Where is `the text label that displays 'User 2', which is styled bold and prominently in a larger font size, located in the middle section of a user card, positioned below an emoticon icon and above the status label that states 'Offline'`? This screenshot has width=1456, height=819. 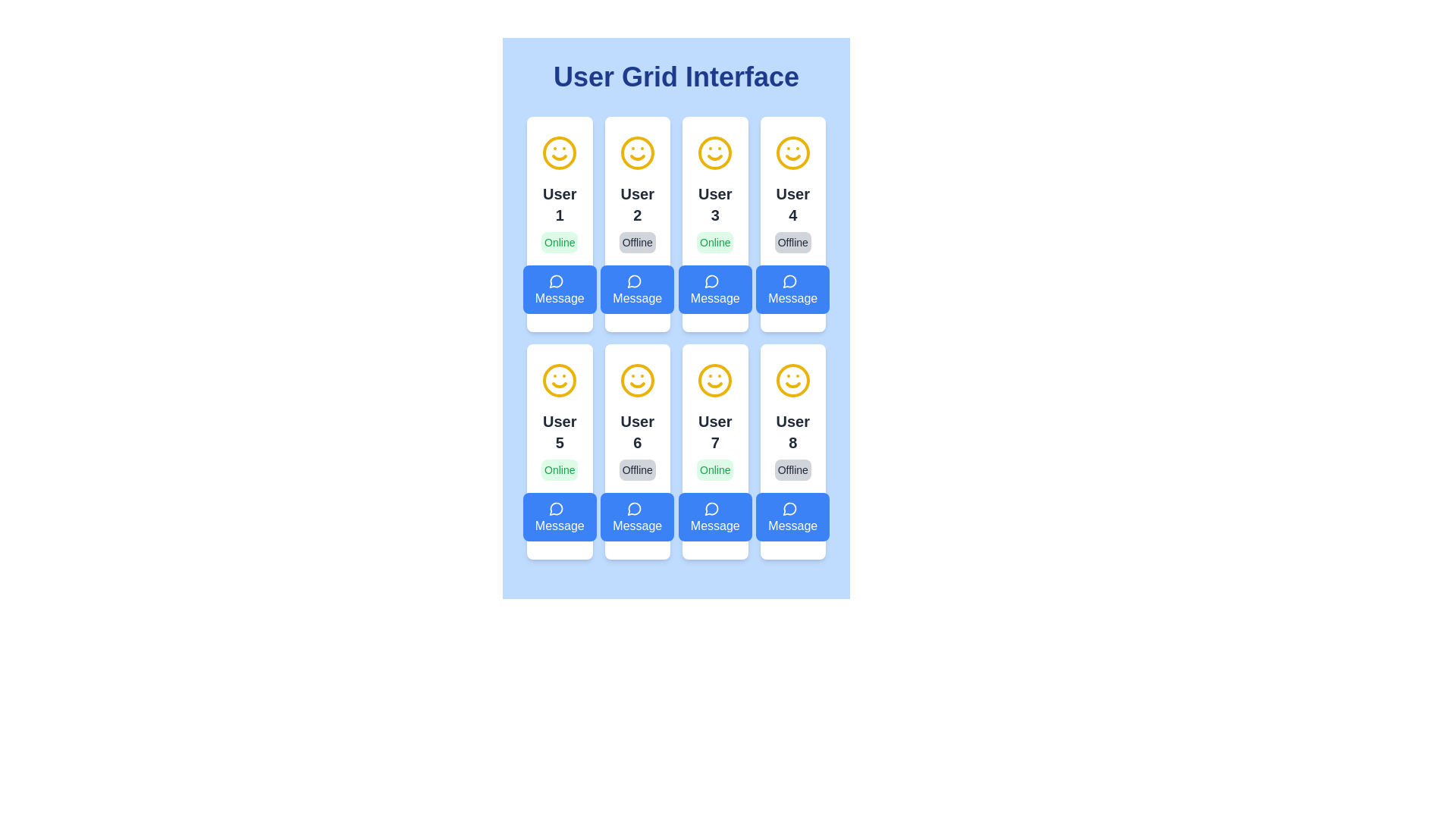 the text label that displays 'User 2', which is styled bold and prominently in a larger font size, located in the middle section of a user card, positioned below an emoticon icon and above the status label that states 'Offline' is located at coordinates (637, 205).